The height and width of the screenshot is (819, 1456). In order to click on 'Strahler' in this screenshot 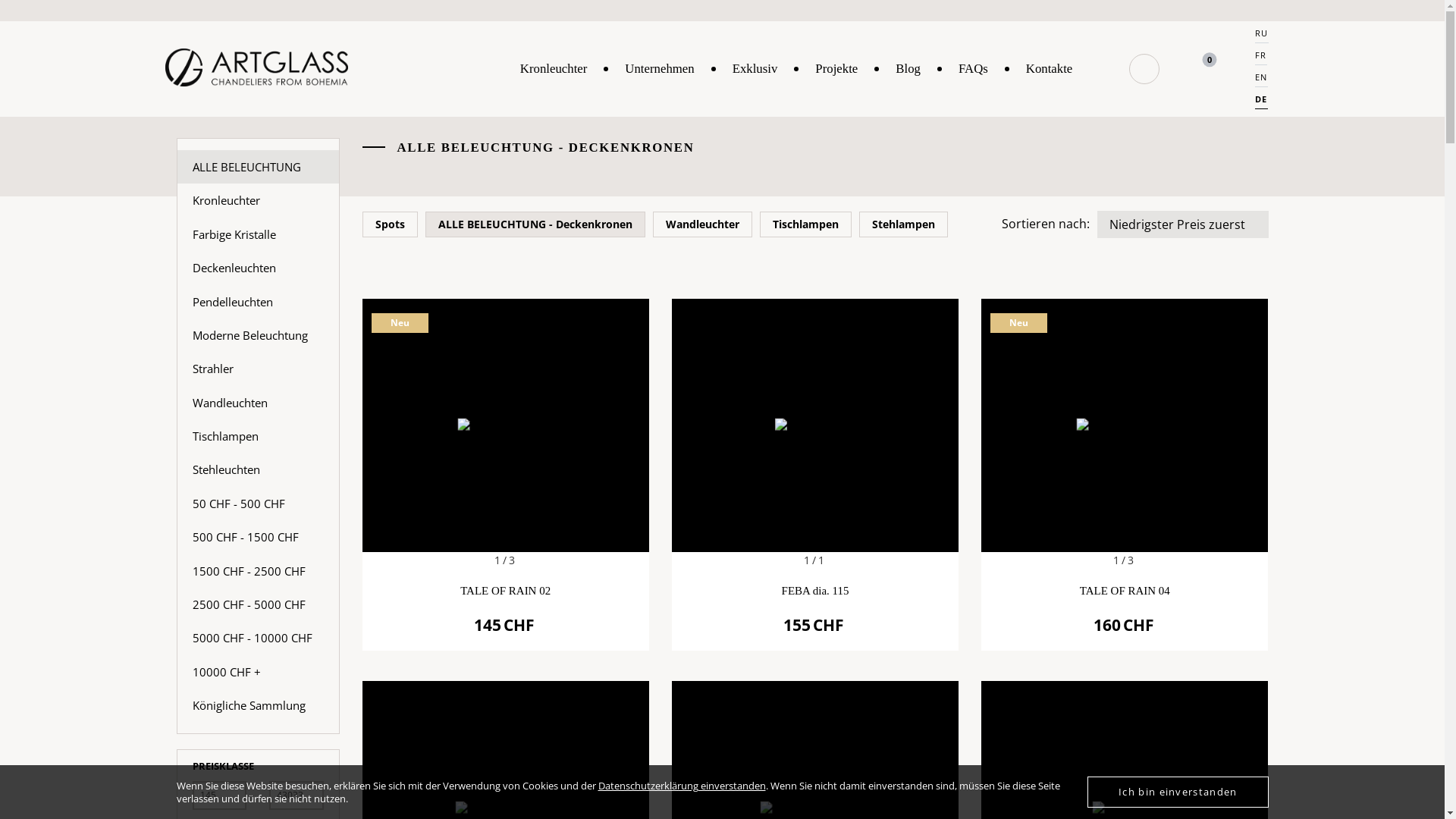, I will do `click(258, 369)`.